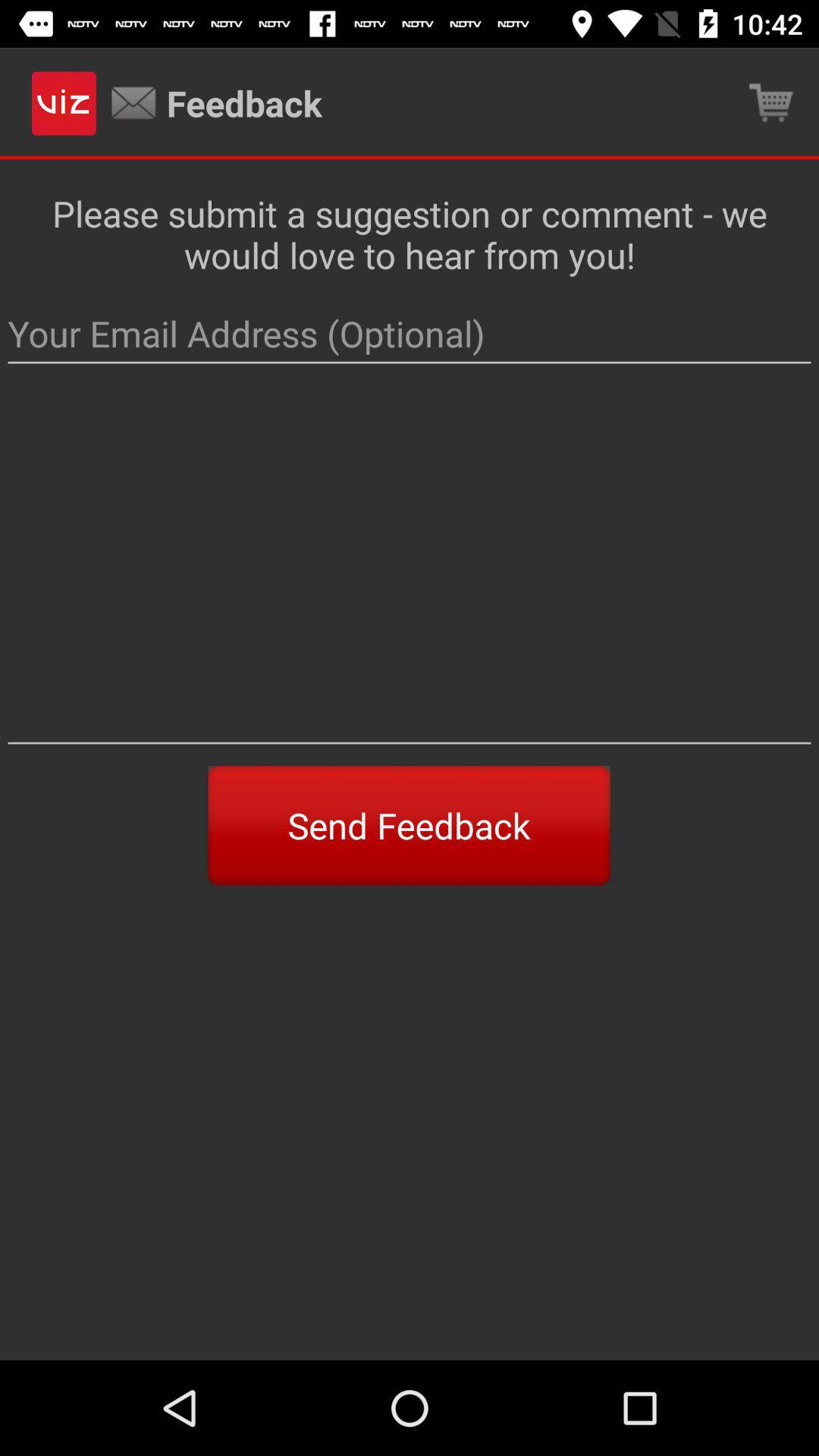 This screenshot has height=1456, width=819. What do you see at coordinates (771, 102) in the screenshot?
I see `item above the please submit a icon` at bounding box center [771, 102].